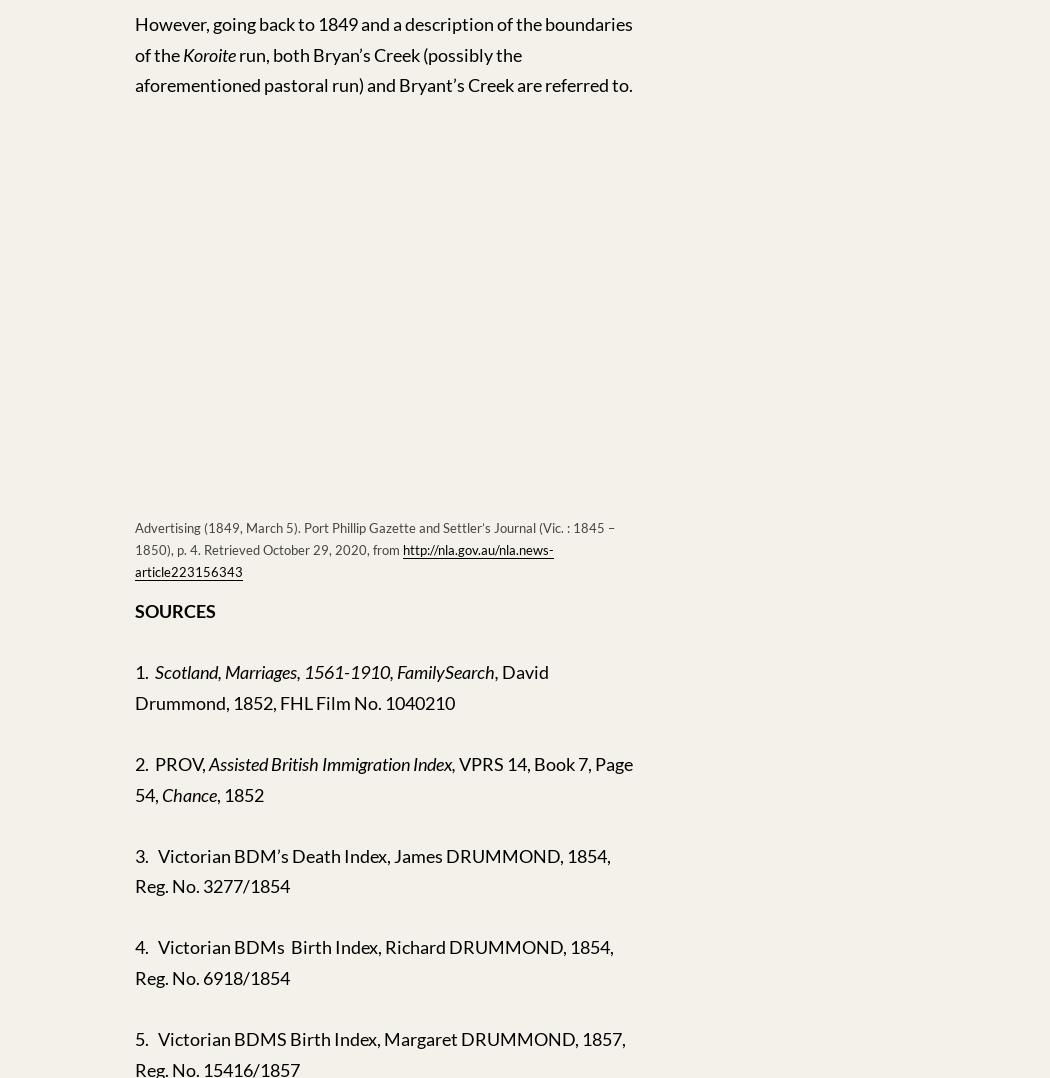 This screenshot has width=1050, height=1078. I want to click on ', 1852', so click(216, 792).